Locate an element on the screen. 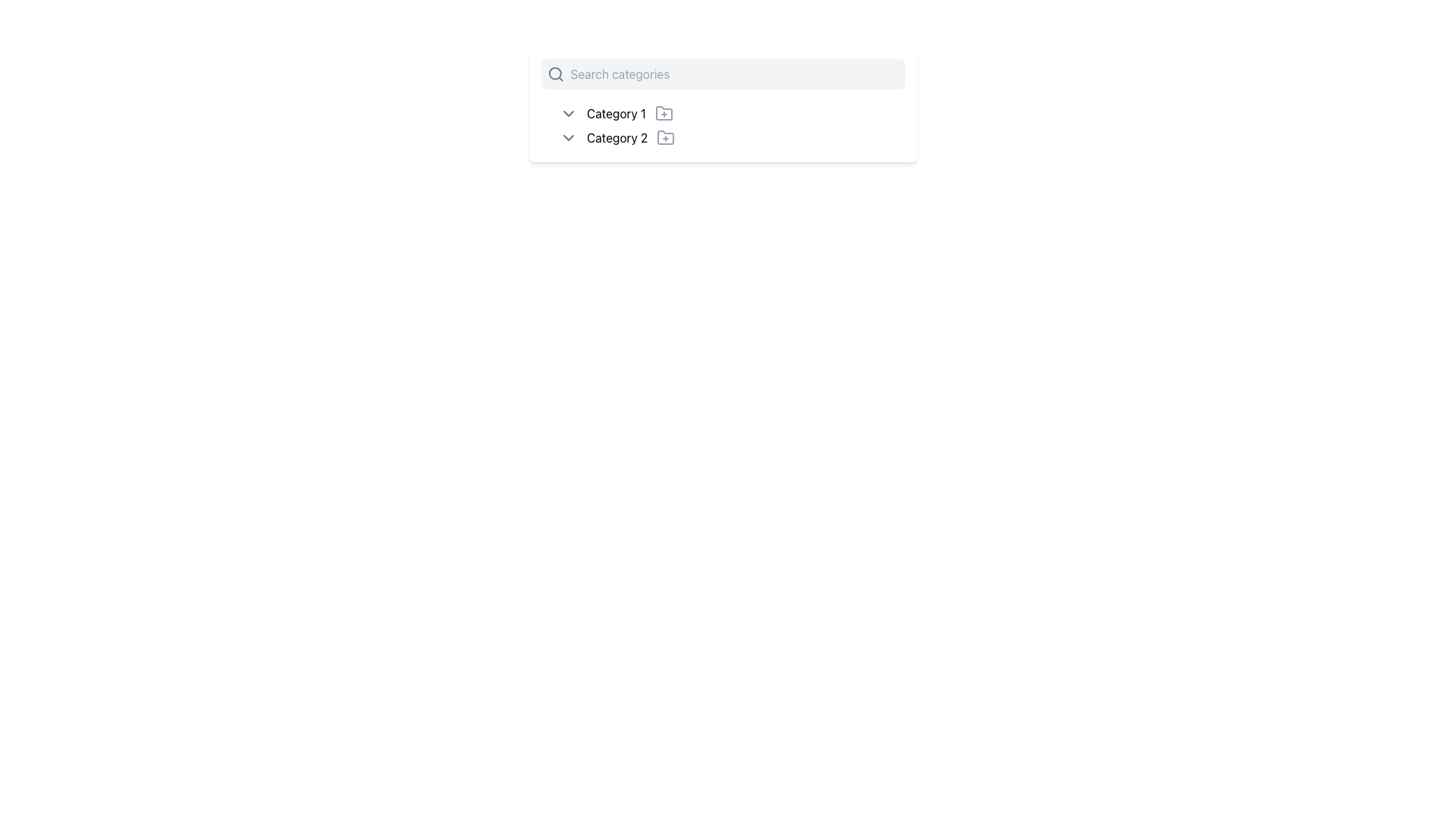 The width and height of the screenshot is (1456, 819). the first text entry of the dropdown menu labeled 'Category 1' is located at coordinates (616, 113).